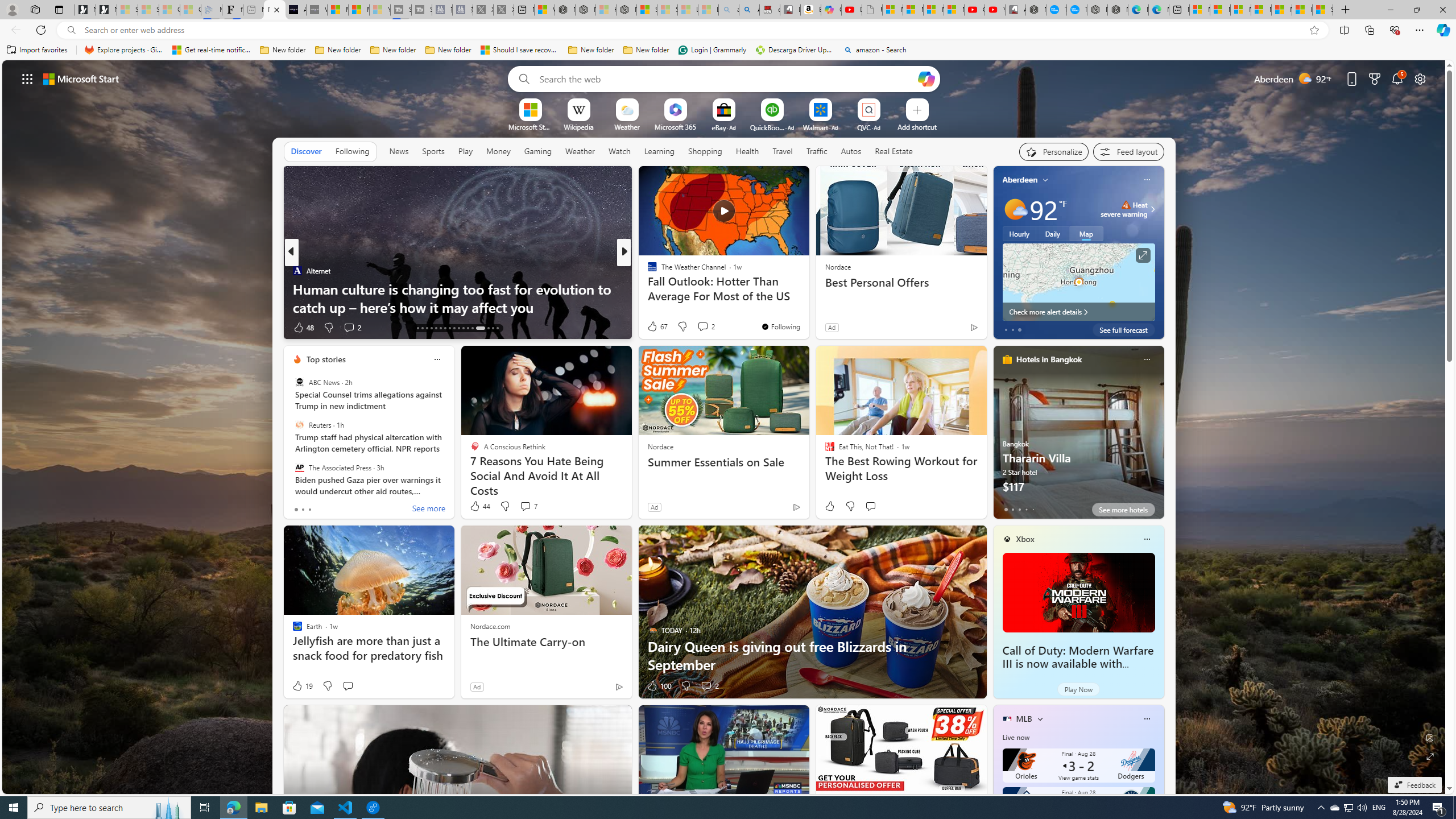  What do you see at coordinates (1442, 9) in the screenshot?
I see `'Close'` at bounding box center [1442, 9].